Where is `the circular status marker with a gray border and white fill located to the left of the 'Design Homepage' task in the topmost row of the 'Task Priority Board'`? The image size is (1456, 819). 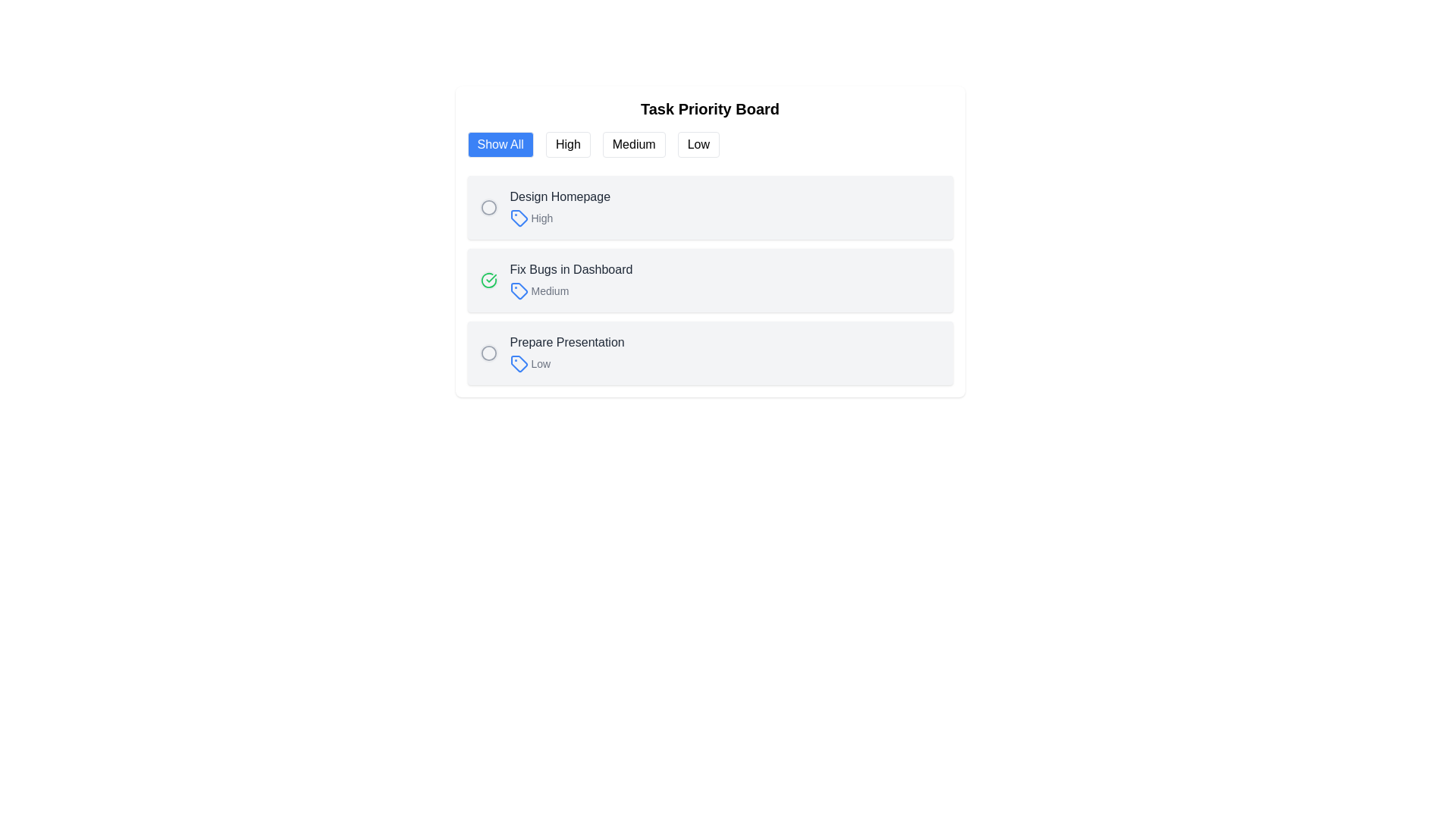 the circular status marker with a gray border and white fill located to the left of the 'Design Homepage' task in the topmost row of the 'Task Priority Board' is located at coordinates (488, 207).